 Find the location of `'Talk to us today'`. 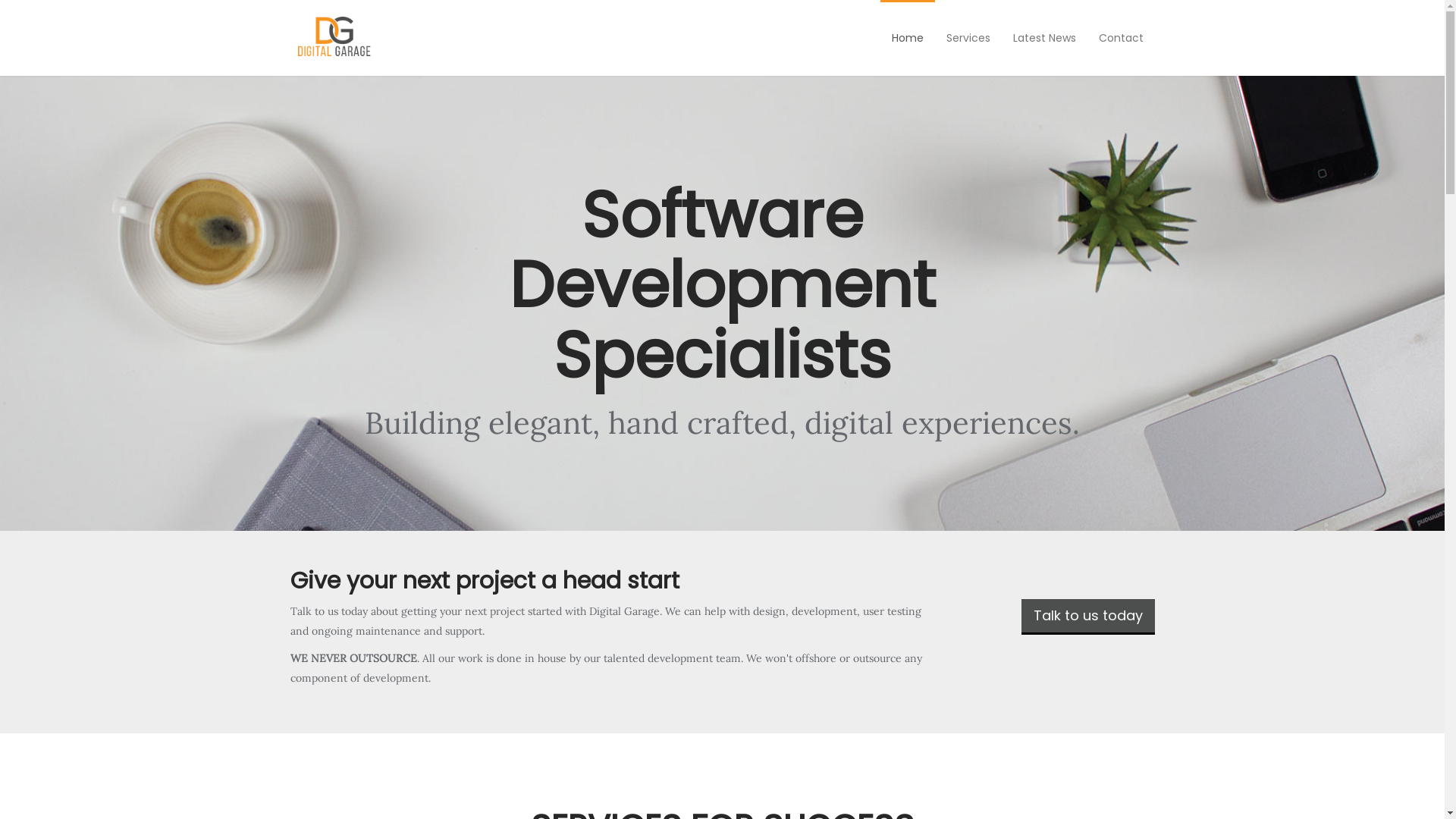

'Talk to us today' is located at coordinates (1020, 617).